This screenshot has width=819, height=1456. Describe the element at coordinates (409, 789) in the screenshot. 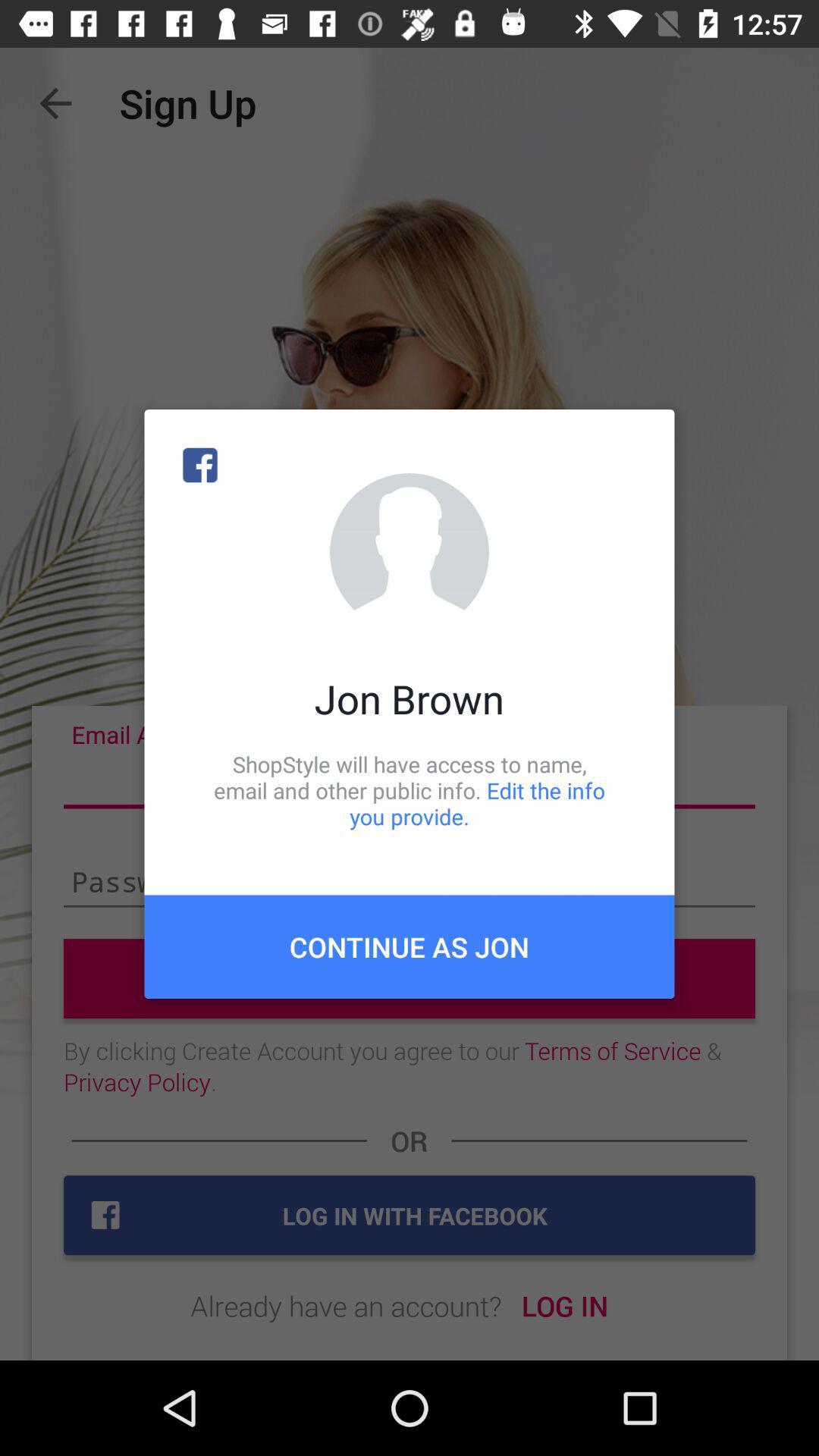

I see `icon above the continue as jon icon` at that location.